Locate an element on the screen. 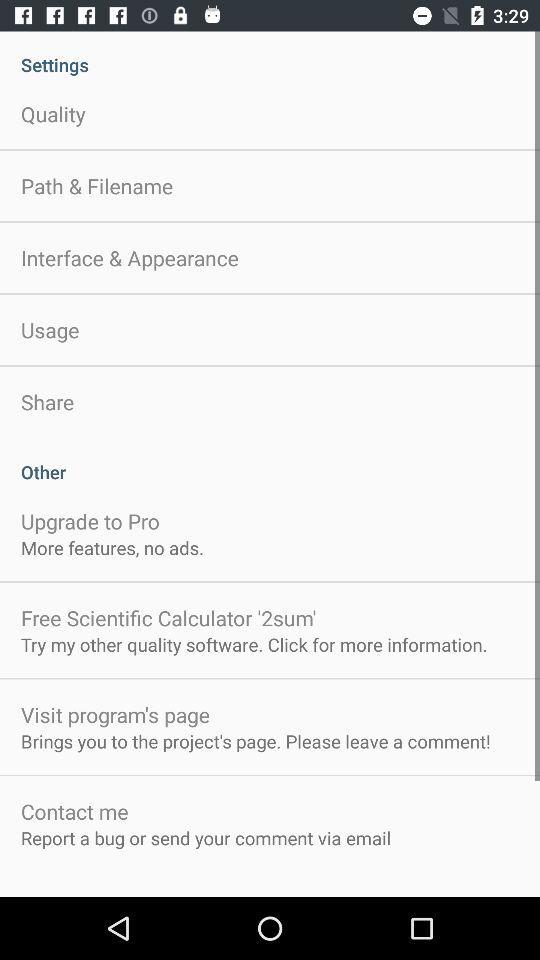 This screenshot has width=540, height=960. settings is located at coordinates (270, 53).